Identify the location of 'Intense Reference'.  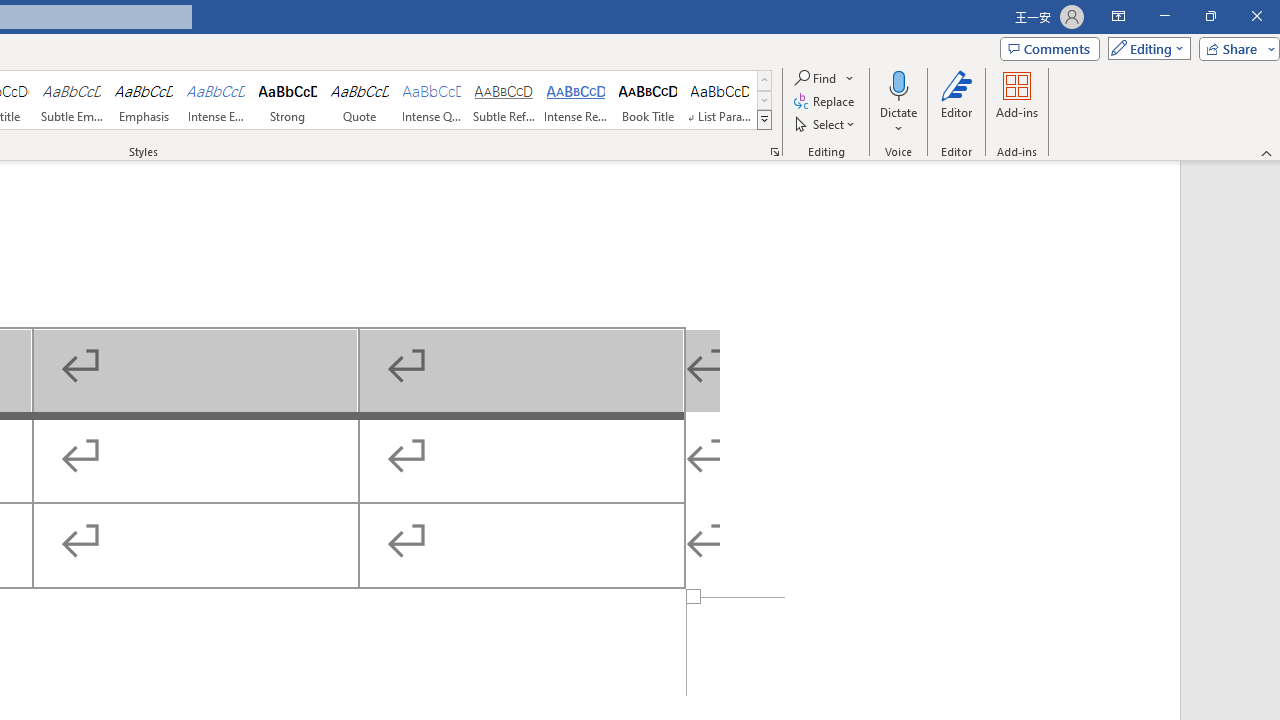
(575, 100).